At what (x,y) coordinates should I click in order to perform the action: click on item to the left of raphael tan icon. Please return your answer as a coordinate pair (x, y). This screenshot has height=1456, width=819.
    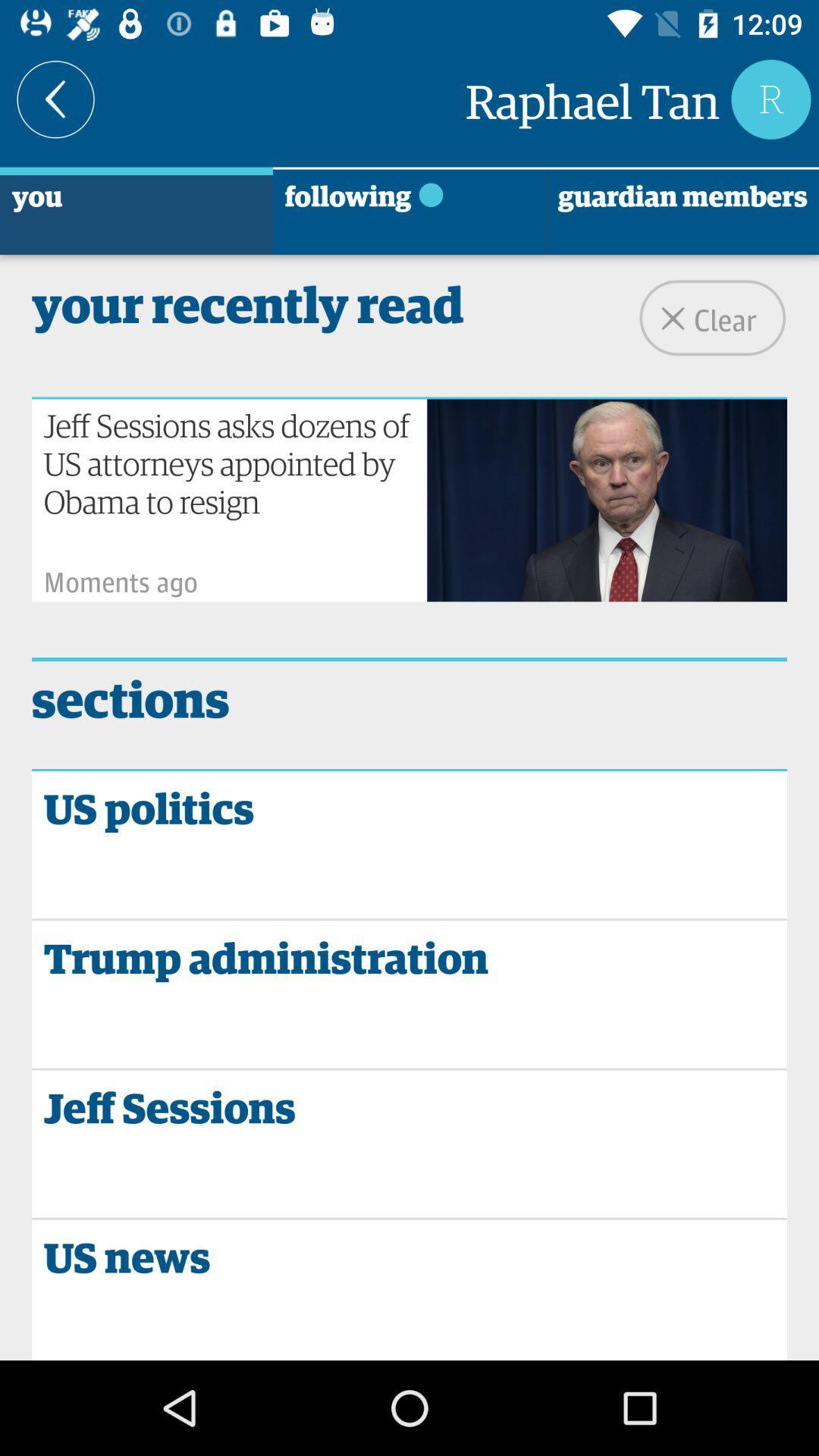
    Looking at the image, I should click on (55, 99).